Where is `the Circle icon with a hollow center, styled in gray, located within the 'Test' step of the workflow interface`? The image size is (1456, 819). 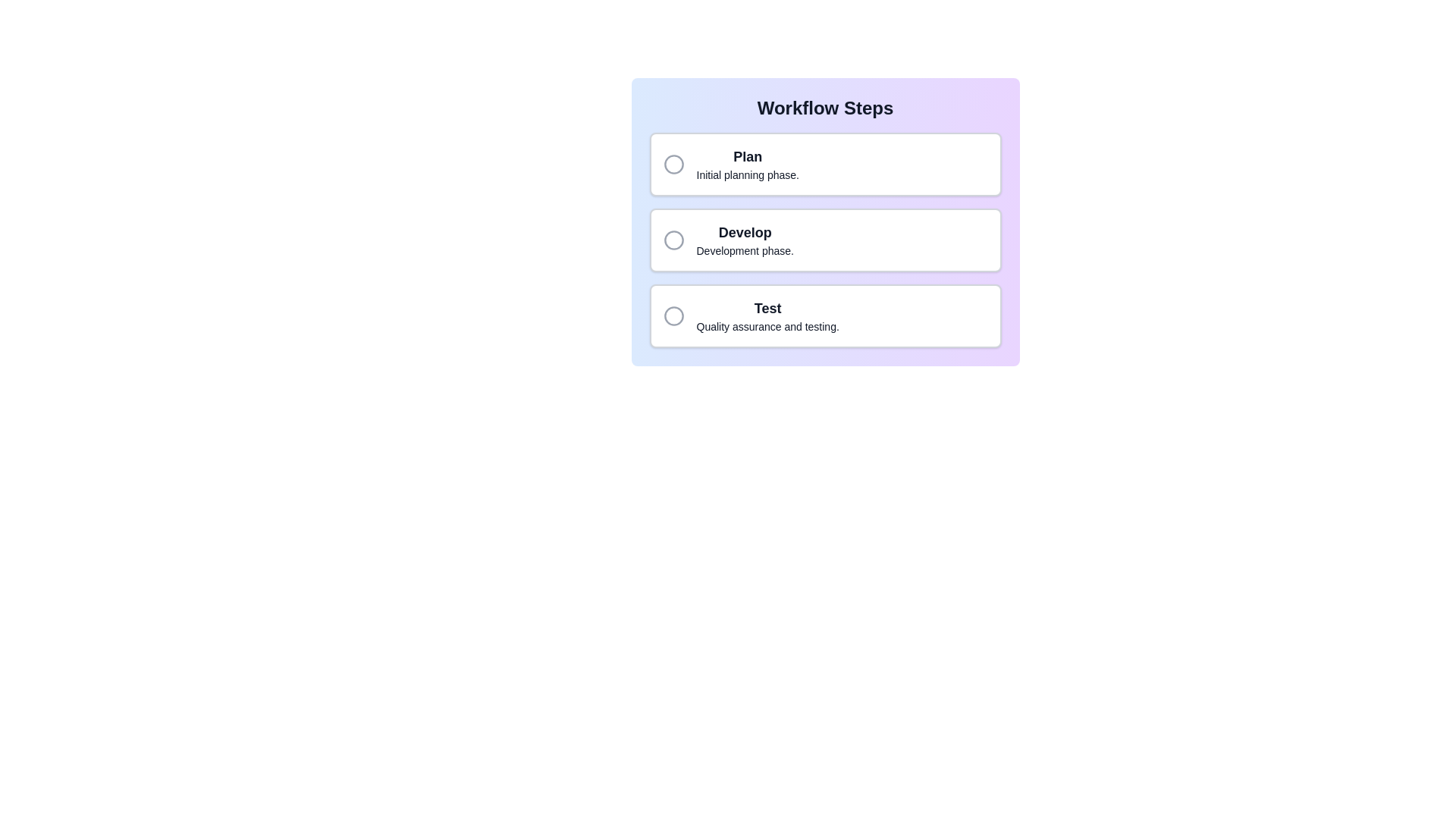
the Circle icon with a hollow center, styled in gray, located within the 'Test' step of the workflow interface is located at coordinates (673, 315).